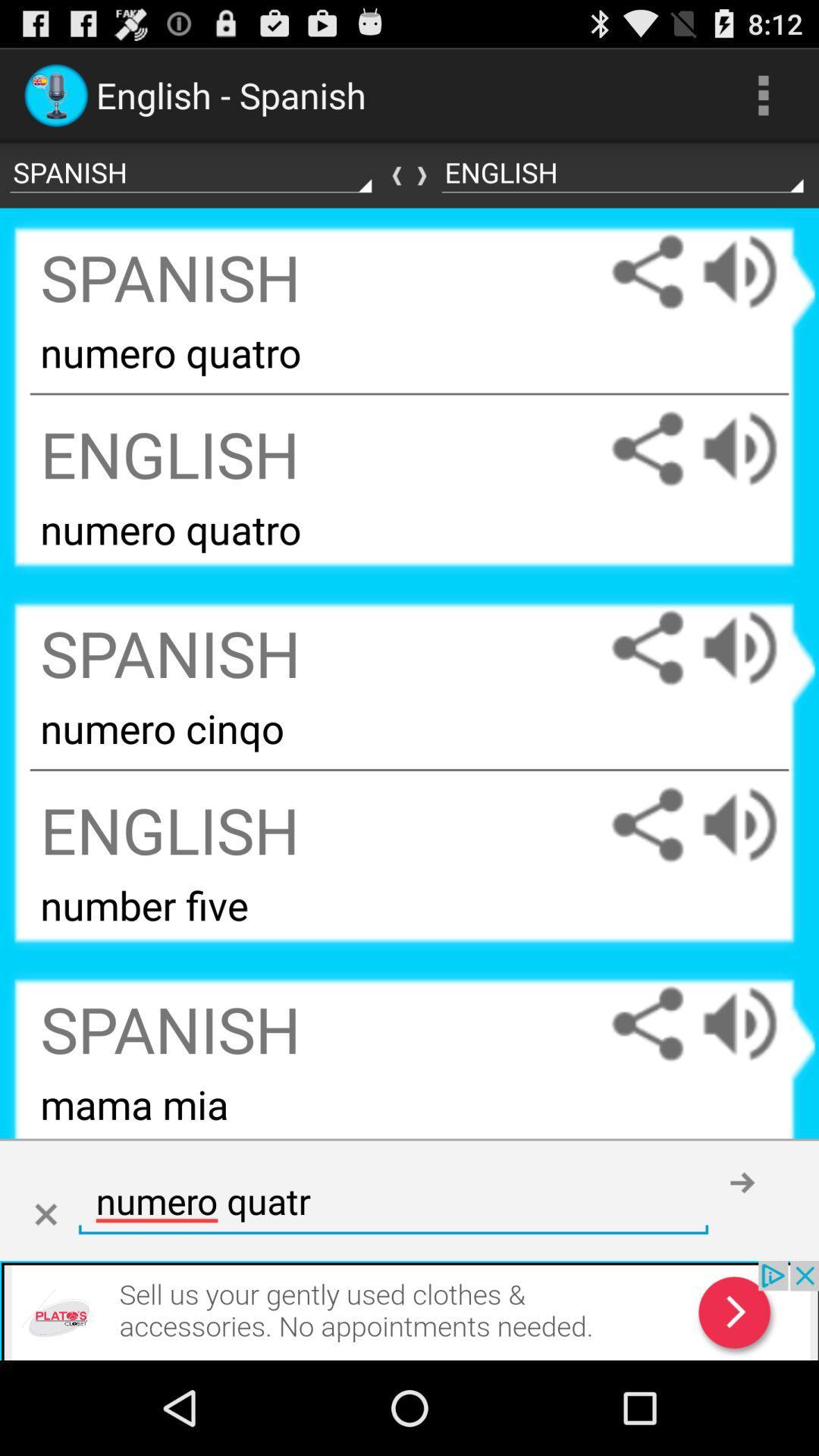  Describe the element at coordinates (742, 1266) in the screenshot. I see `the arrow_forward icon` at that location.